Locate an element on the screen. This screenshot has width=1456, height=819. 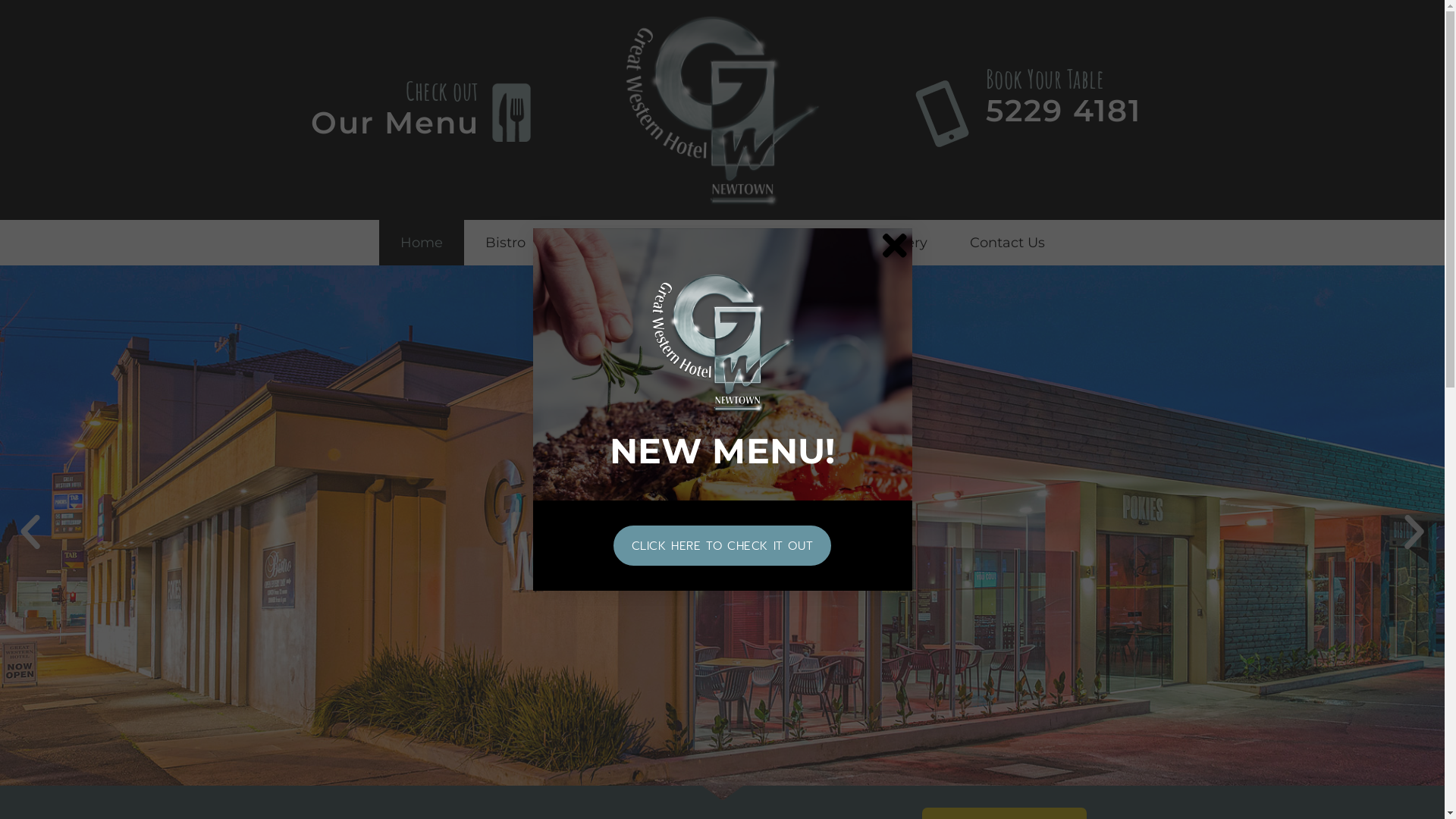
'Wine List' is located at coordinates (680, 242).